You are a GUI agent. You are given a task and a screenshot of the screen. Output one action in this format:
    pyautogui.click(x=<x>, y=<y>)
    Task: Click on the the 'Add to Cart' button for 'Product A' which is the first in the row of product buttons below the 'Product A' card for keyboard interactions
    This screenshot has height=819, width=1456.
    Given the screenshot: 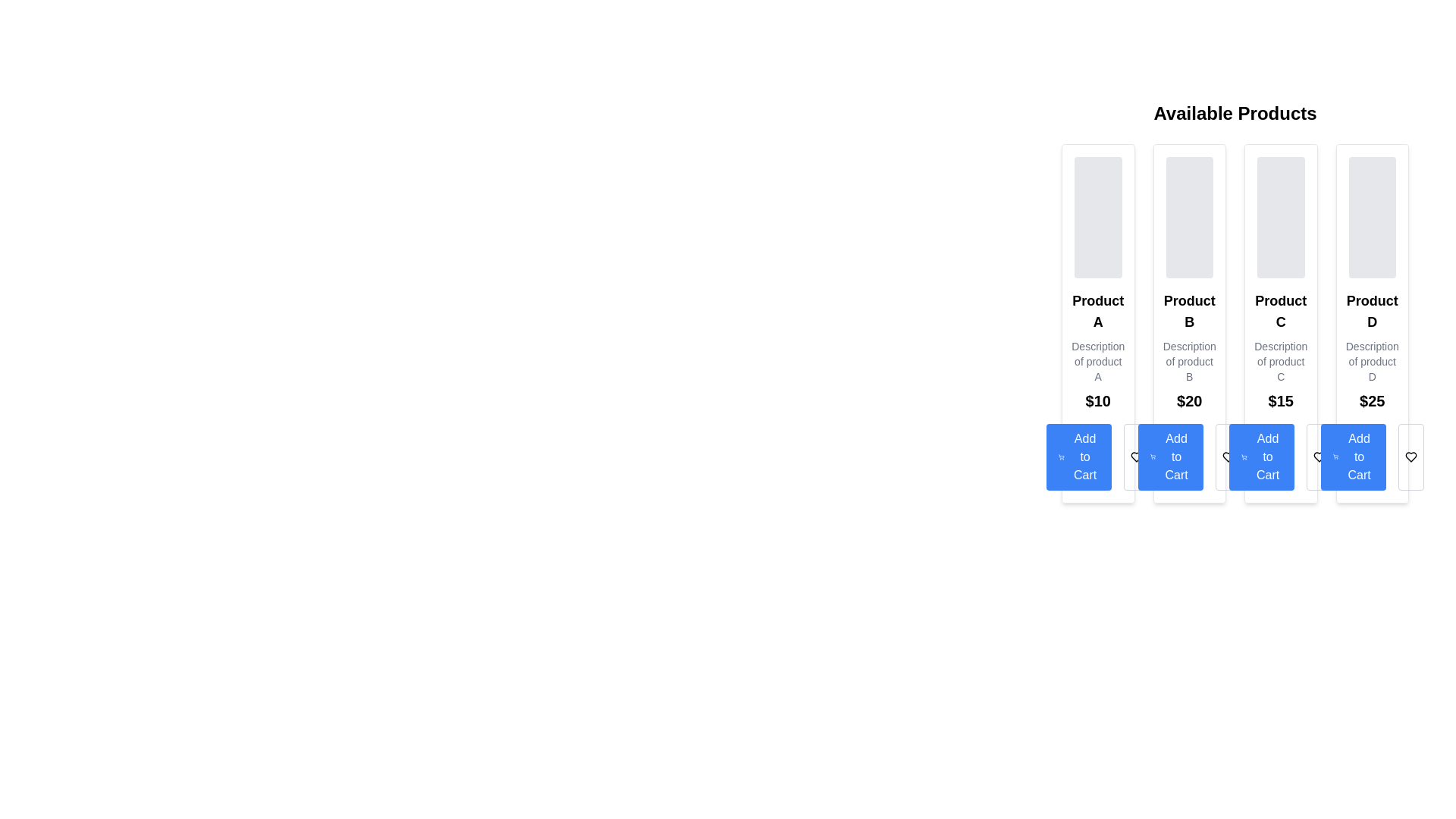 What is the action you would take?
    pyautogui.click(x=1078, y=456)
    